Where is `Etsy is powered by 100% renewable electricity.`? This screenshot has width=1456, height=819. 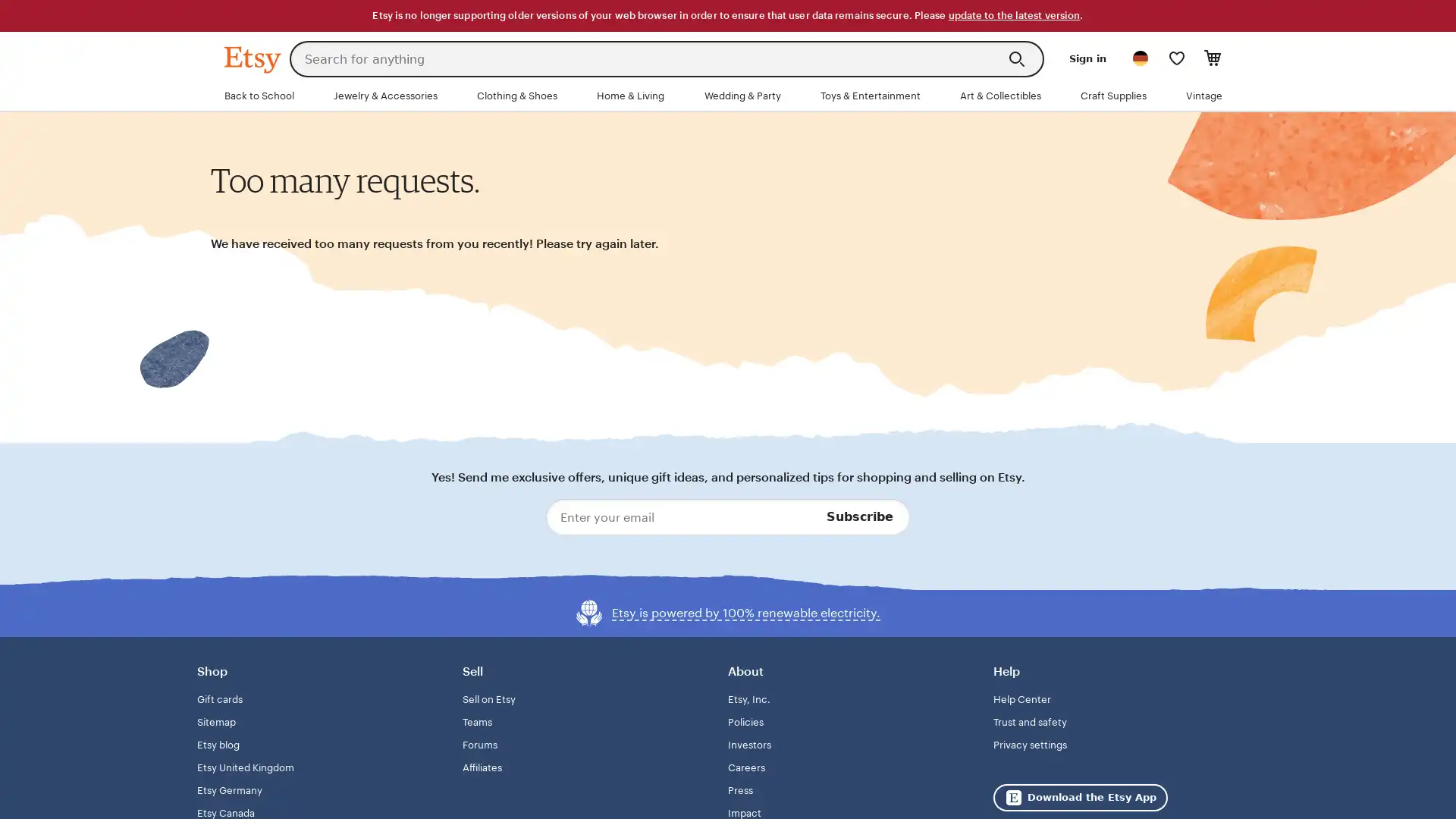 Etsy is powered by 100% renewable electricity. is located at coordinates (728, 613).